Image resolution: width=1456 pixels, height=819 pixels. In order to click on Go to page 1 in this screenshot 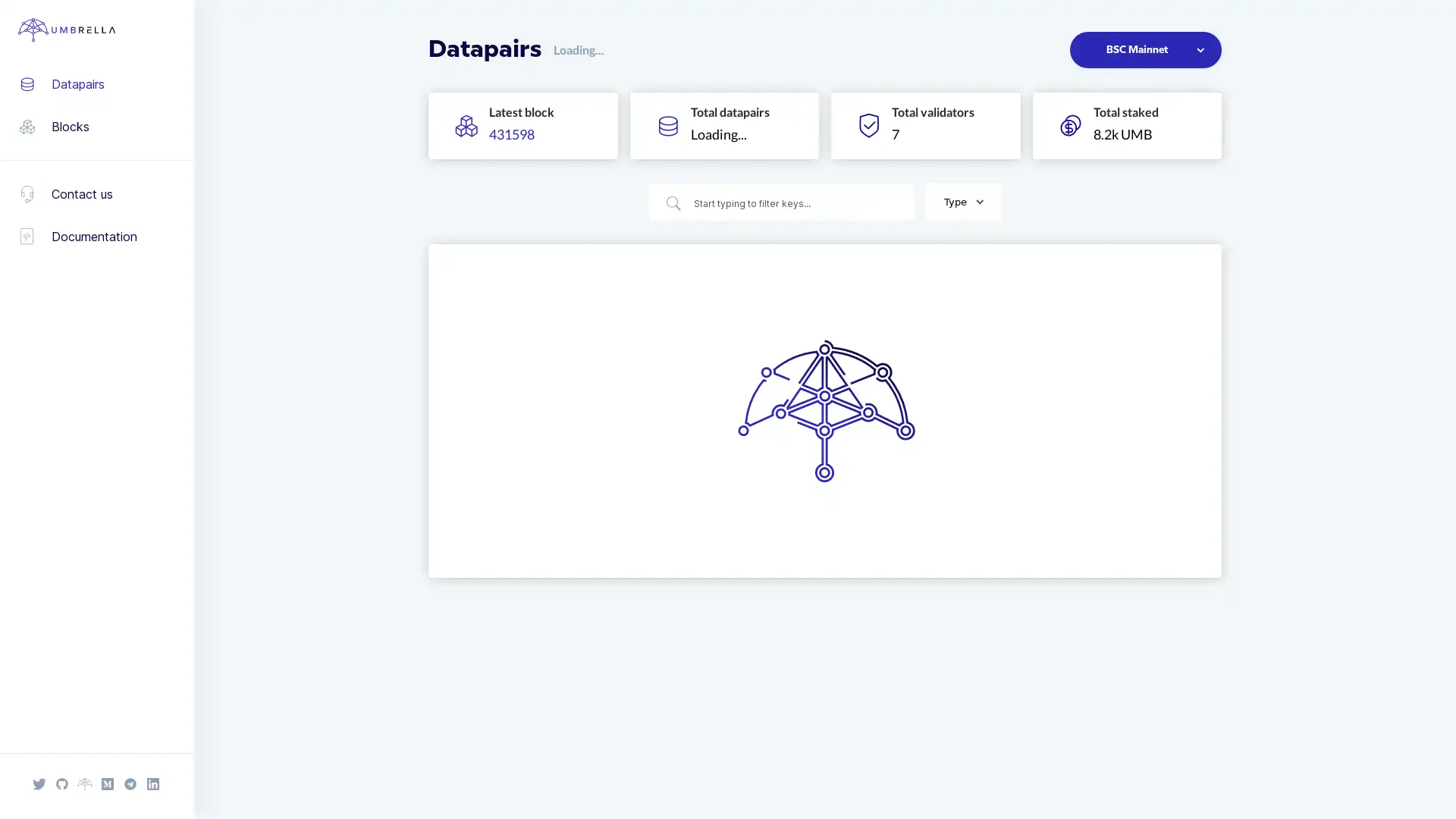, I will do `click(486, 547)`.